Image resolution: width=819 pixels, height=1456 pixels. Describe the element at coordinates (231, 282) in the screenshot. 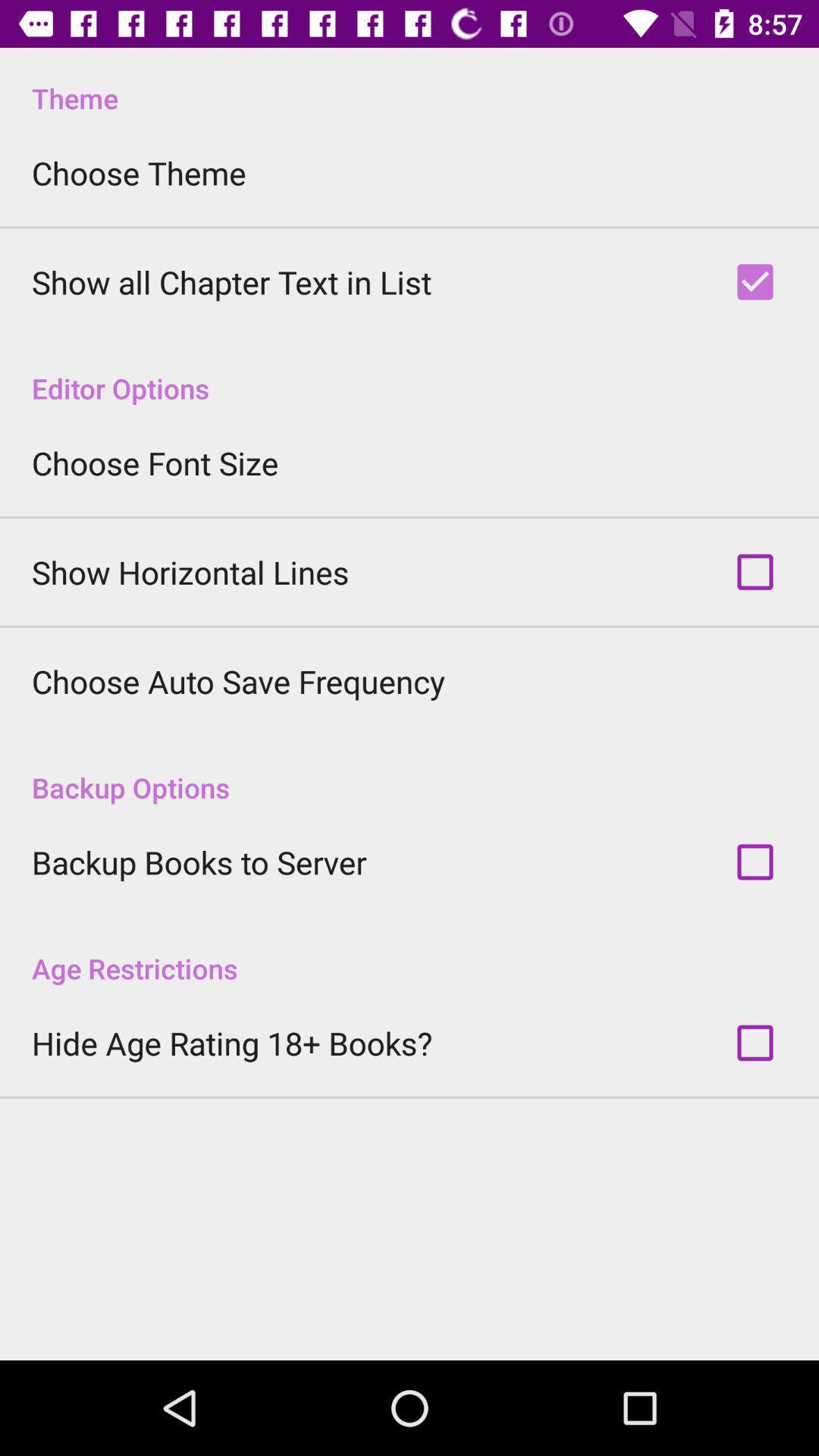

I see `show all chapter icon` at that location.